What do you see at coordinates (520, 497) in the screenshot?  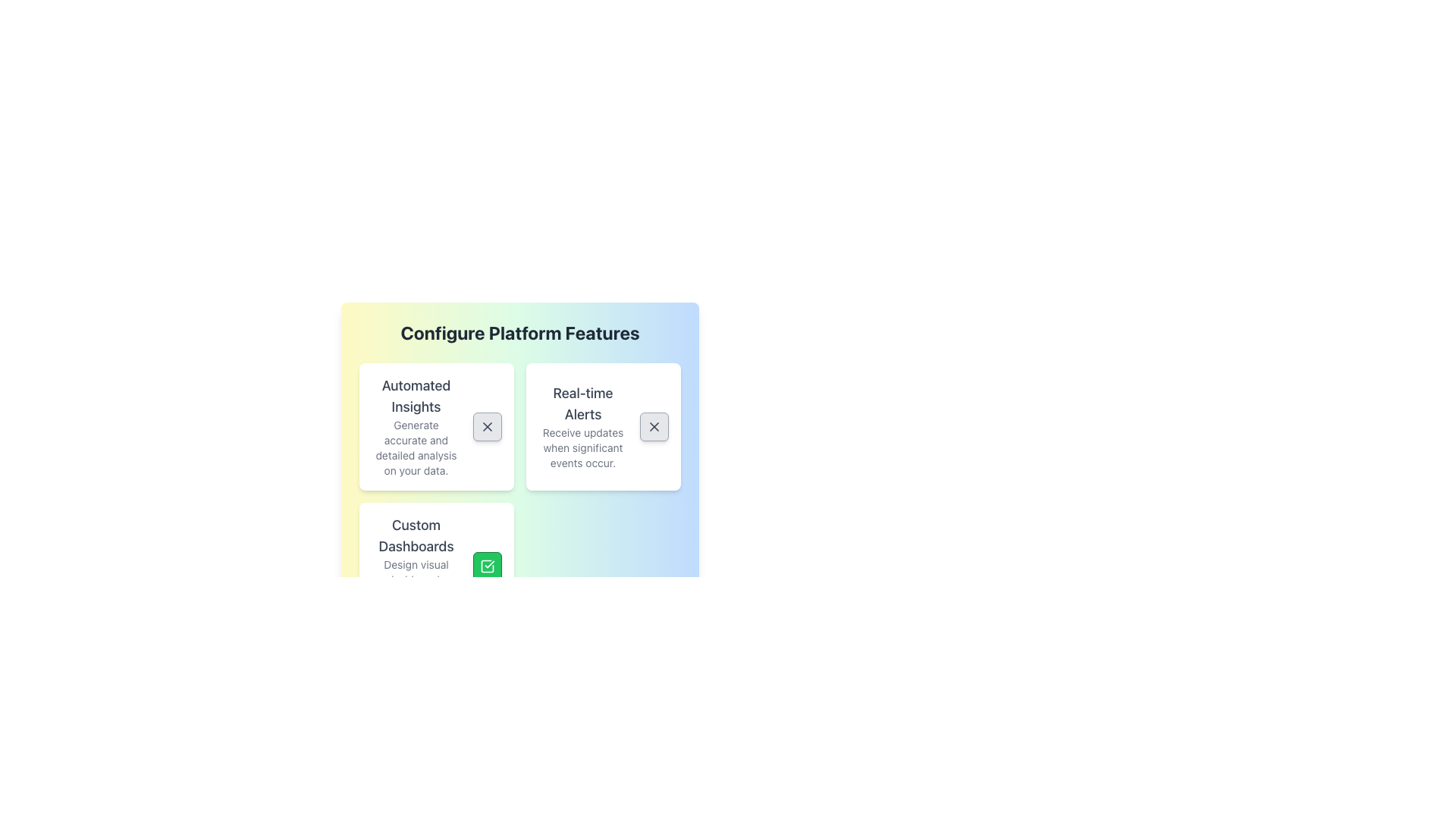 I see `the individual cards within the grid layout that contains feature descriptions such as 'Automated Insights,' 'Real-time Alerts,' and 'Custom Dashboards.'` at bounding box center [520, 497].